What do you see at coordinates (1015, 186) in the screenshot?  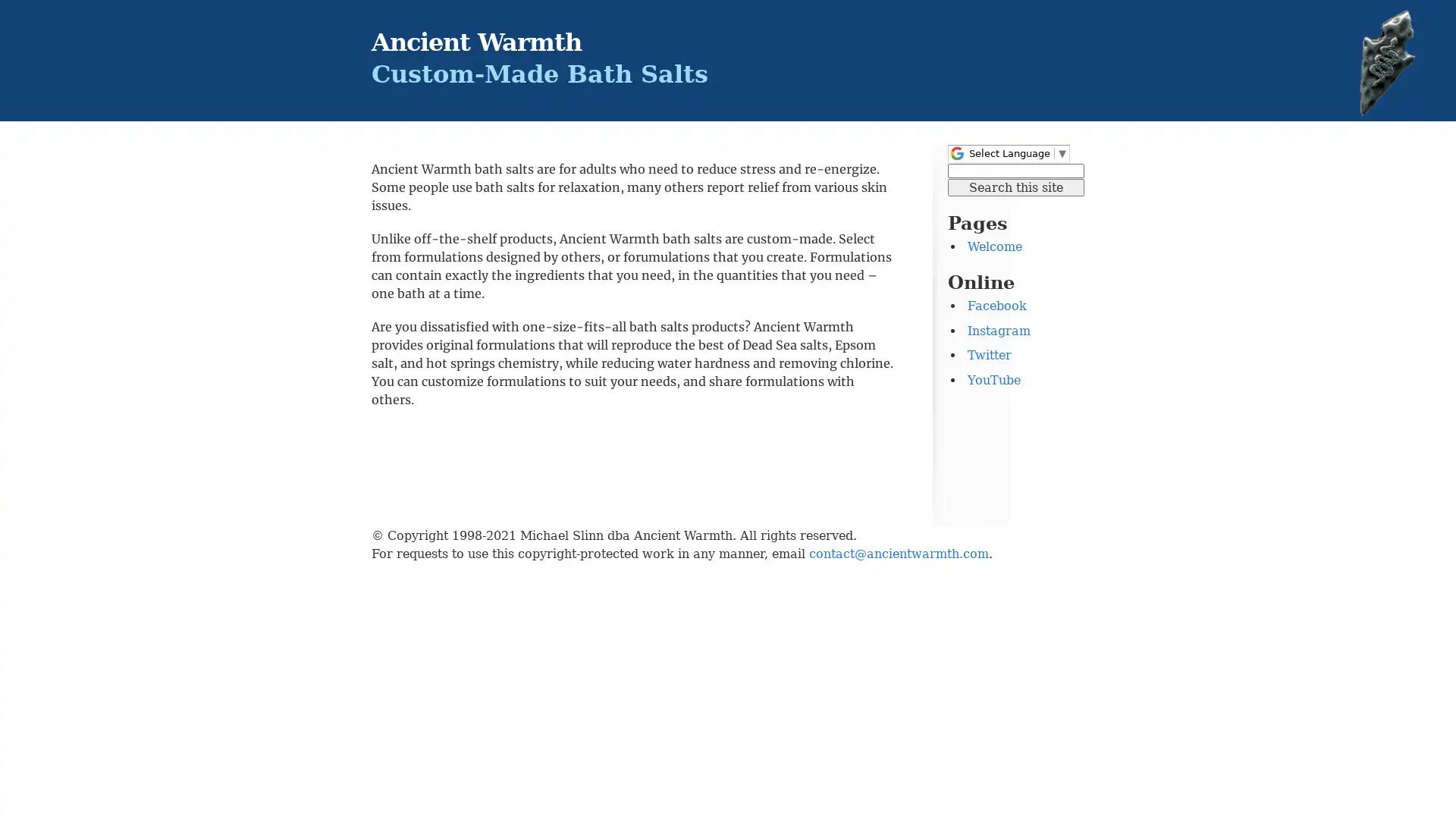 I see `Search this site` at bounding box center [1015, 186].